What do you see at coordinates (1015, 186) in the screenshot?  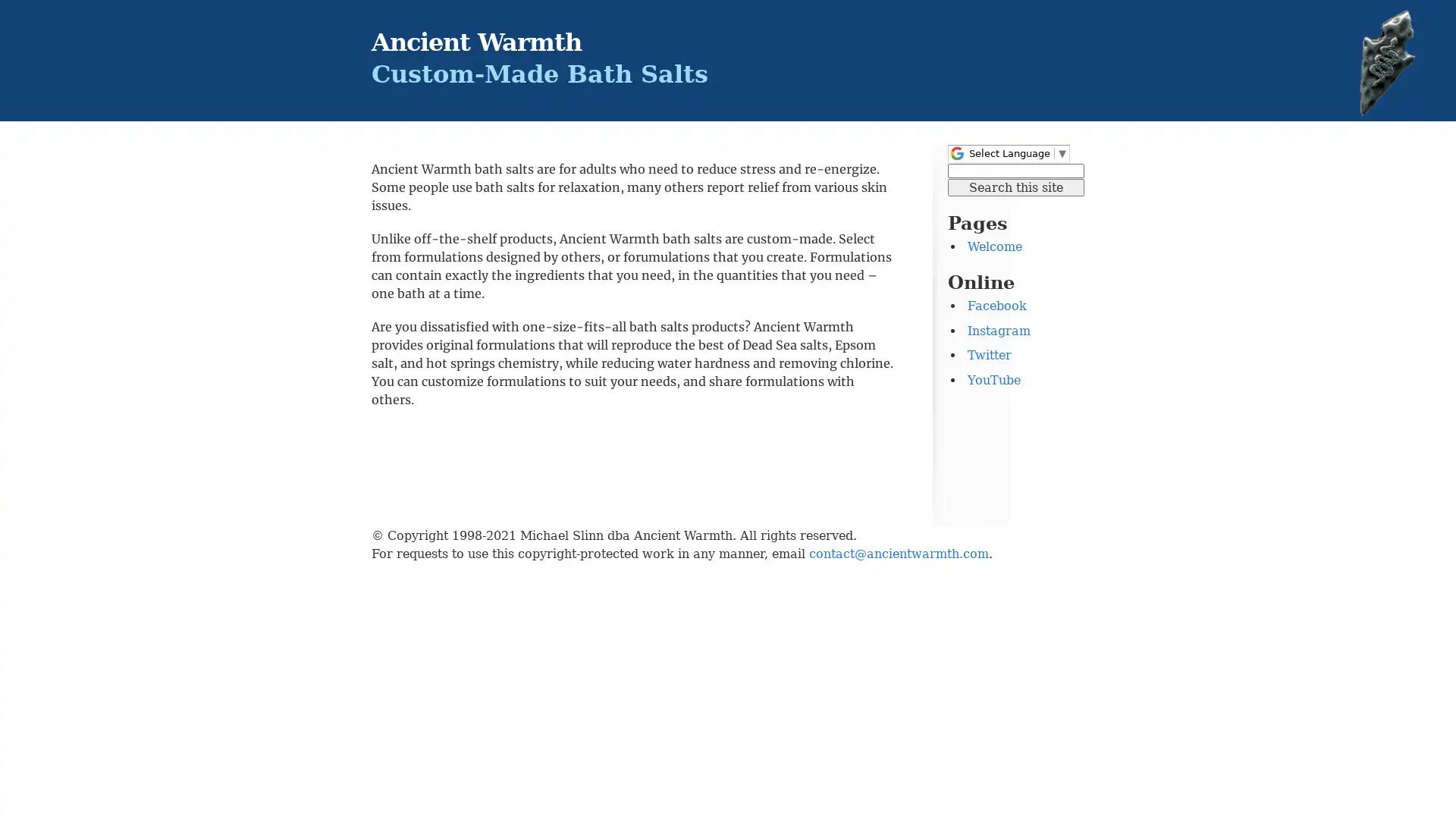 I see `Search this site` at bounding box center [1015, 186].